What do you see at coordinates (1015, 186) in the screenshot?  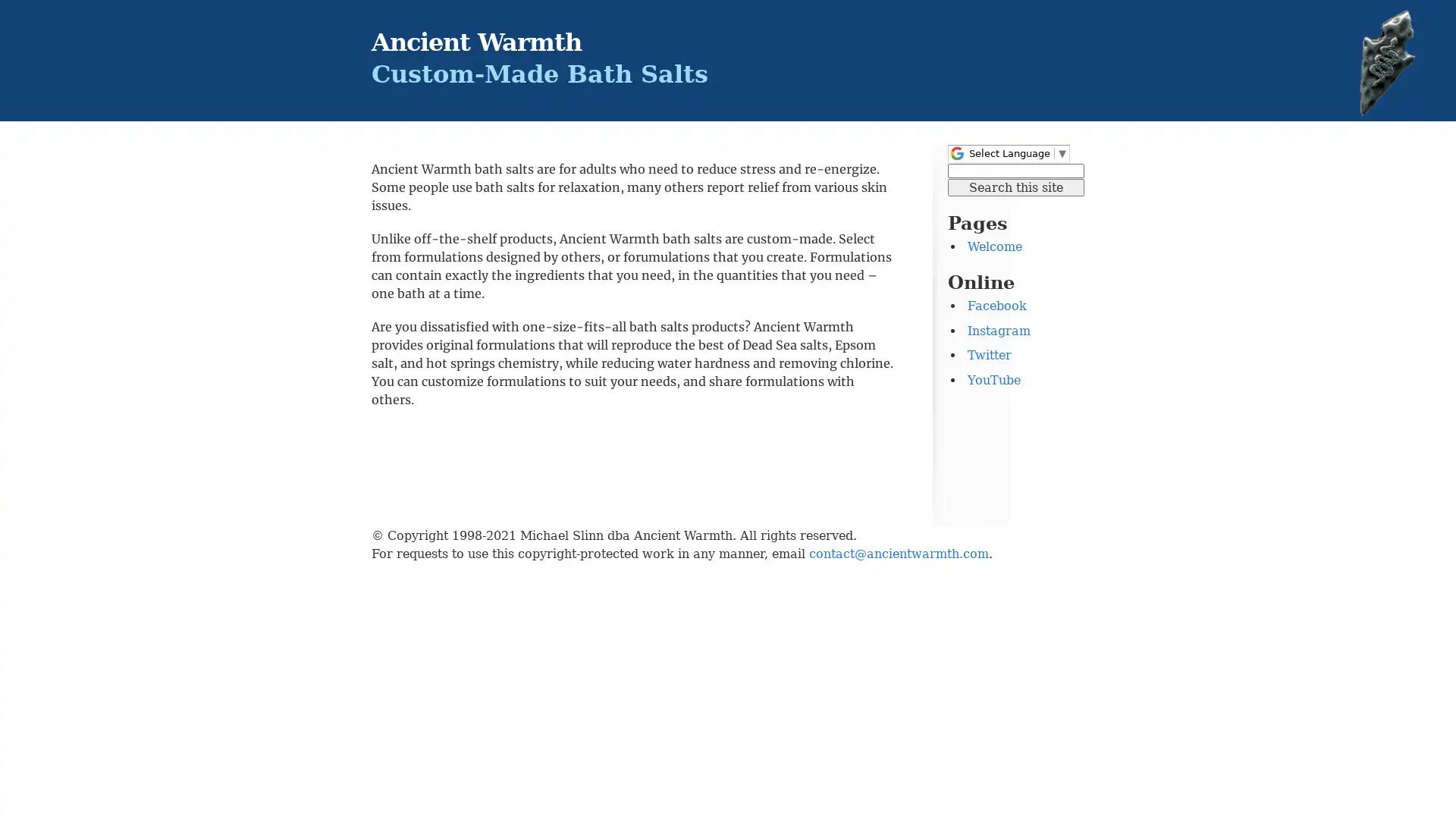 I see `Search this site` at bounding box center [1015, 186].